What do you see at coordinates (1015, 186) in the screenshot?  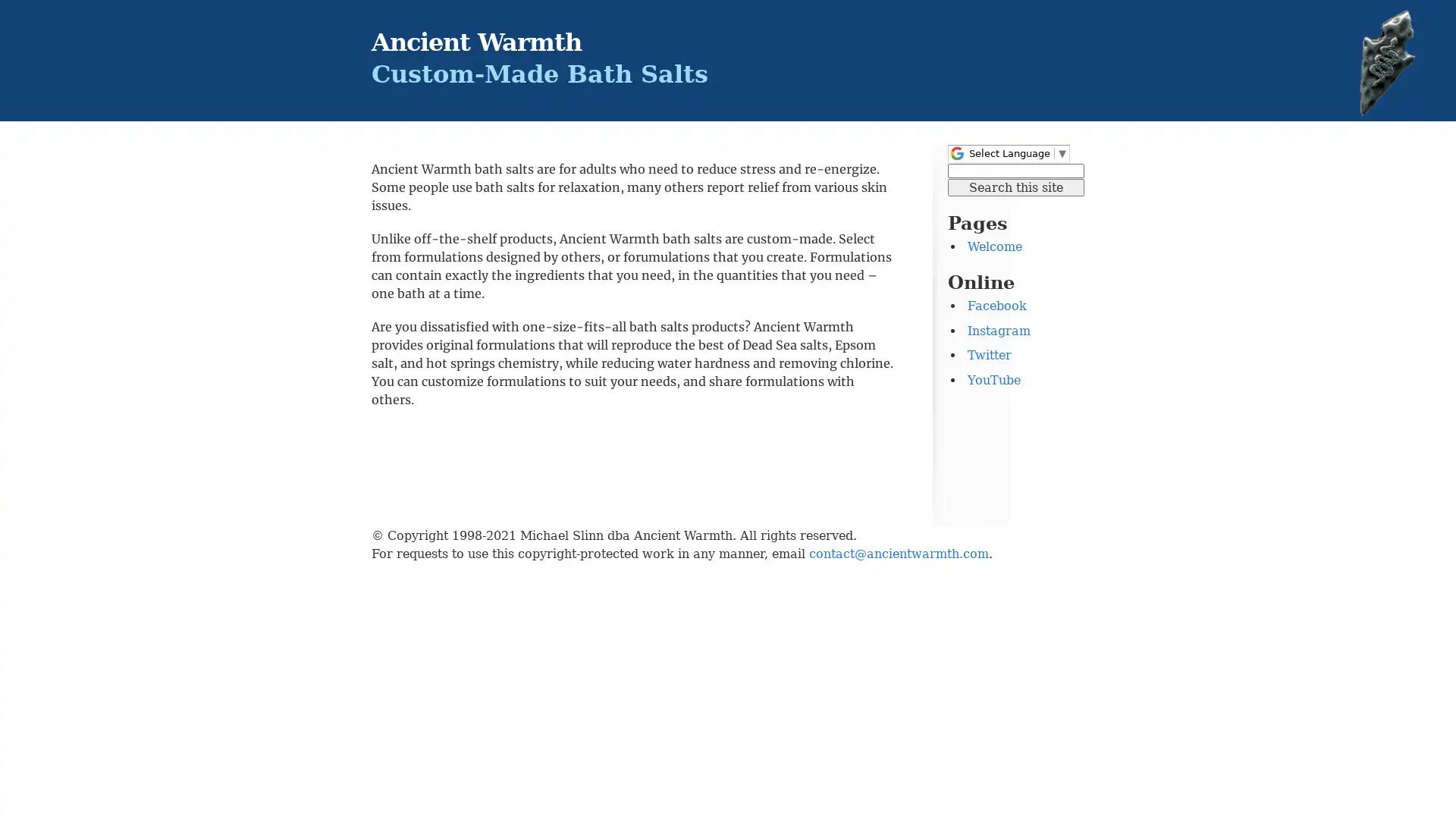 I see `Search this site` at bounding box center [1015, 186].